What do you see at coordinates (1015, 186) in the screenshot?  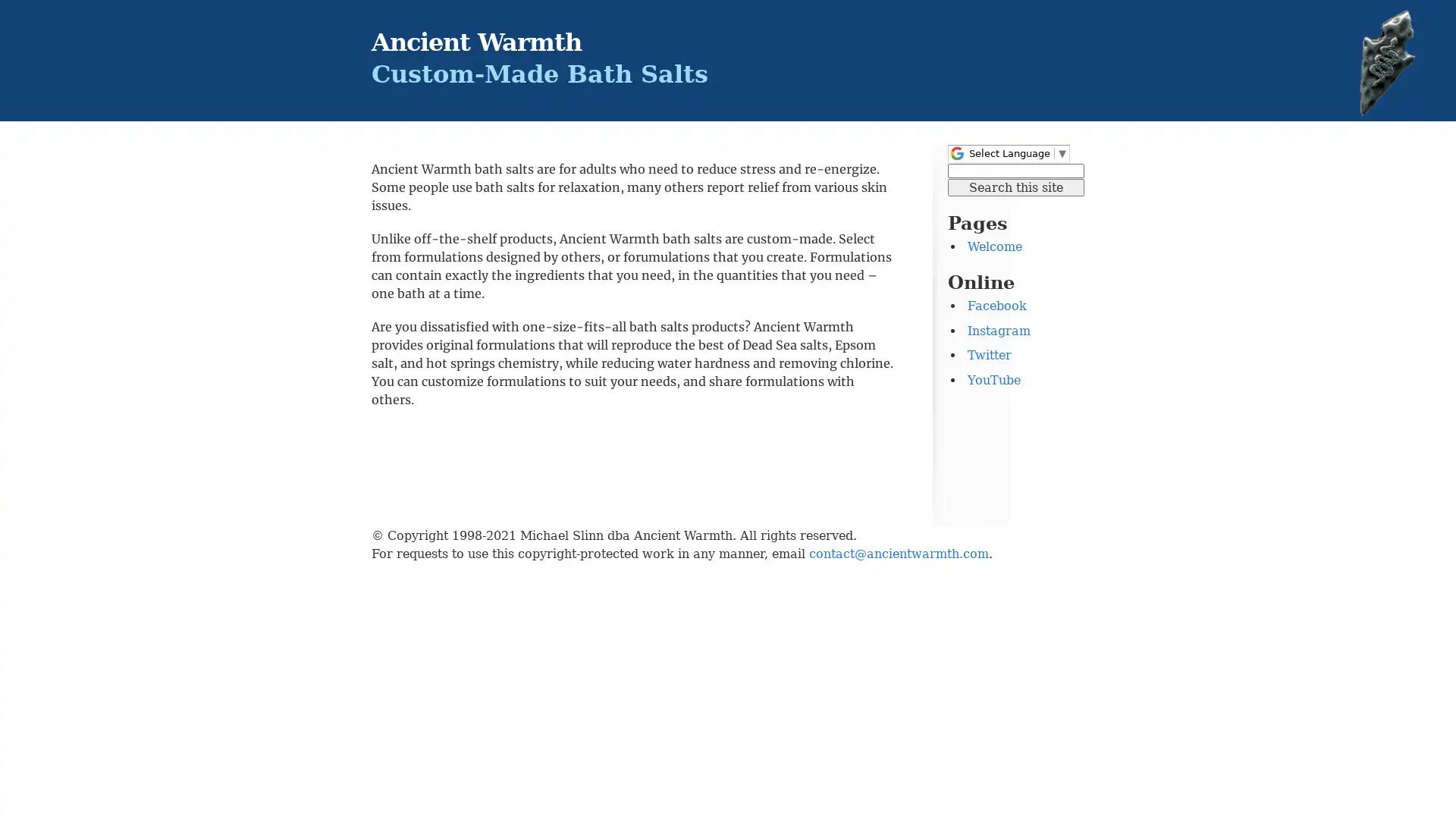 I see `Search this site` at bounding box center [1015, 186].